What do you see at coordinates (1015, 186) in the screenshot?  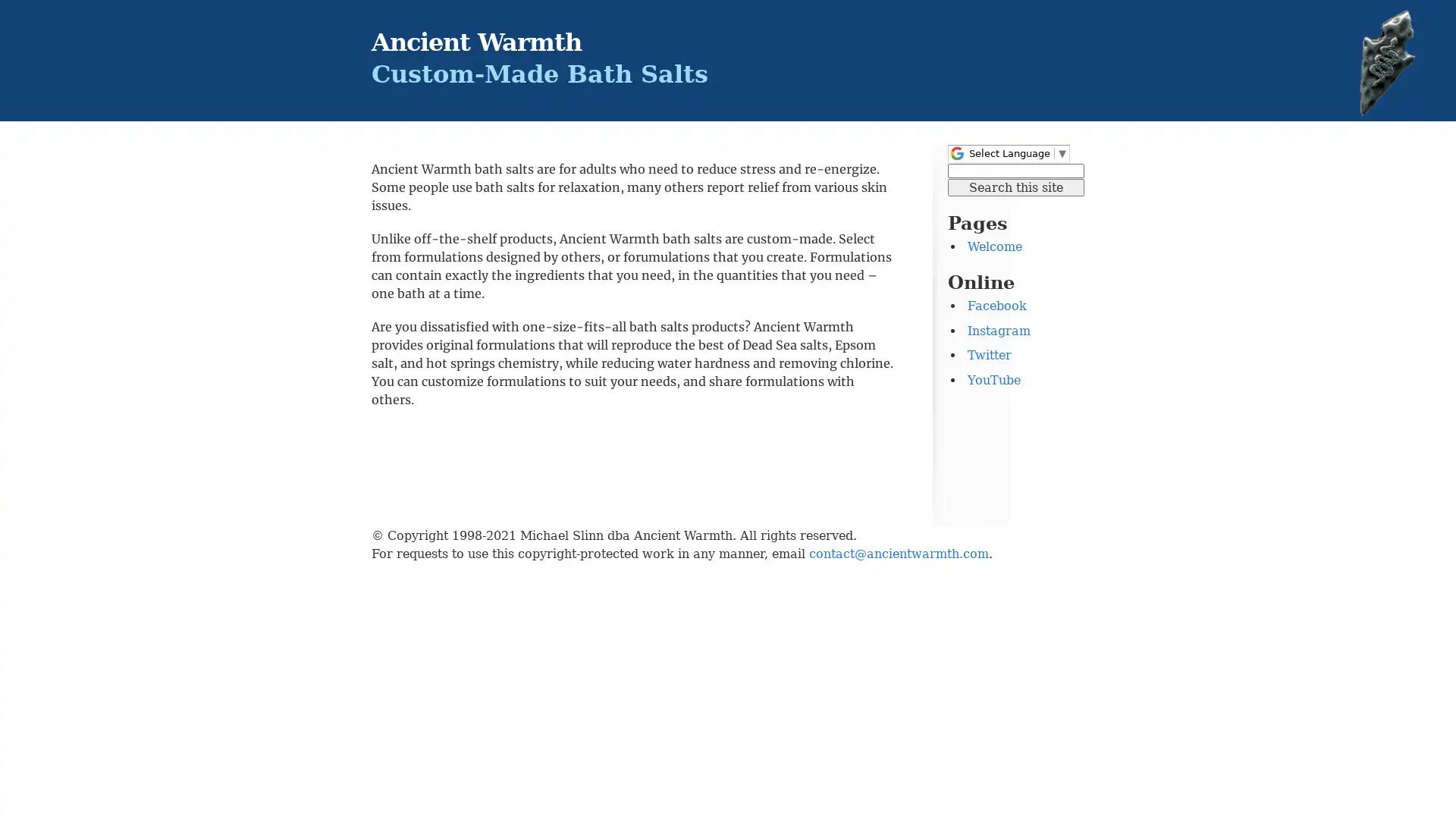 I see `Search this site` at bounding box center [1015, 186].